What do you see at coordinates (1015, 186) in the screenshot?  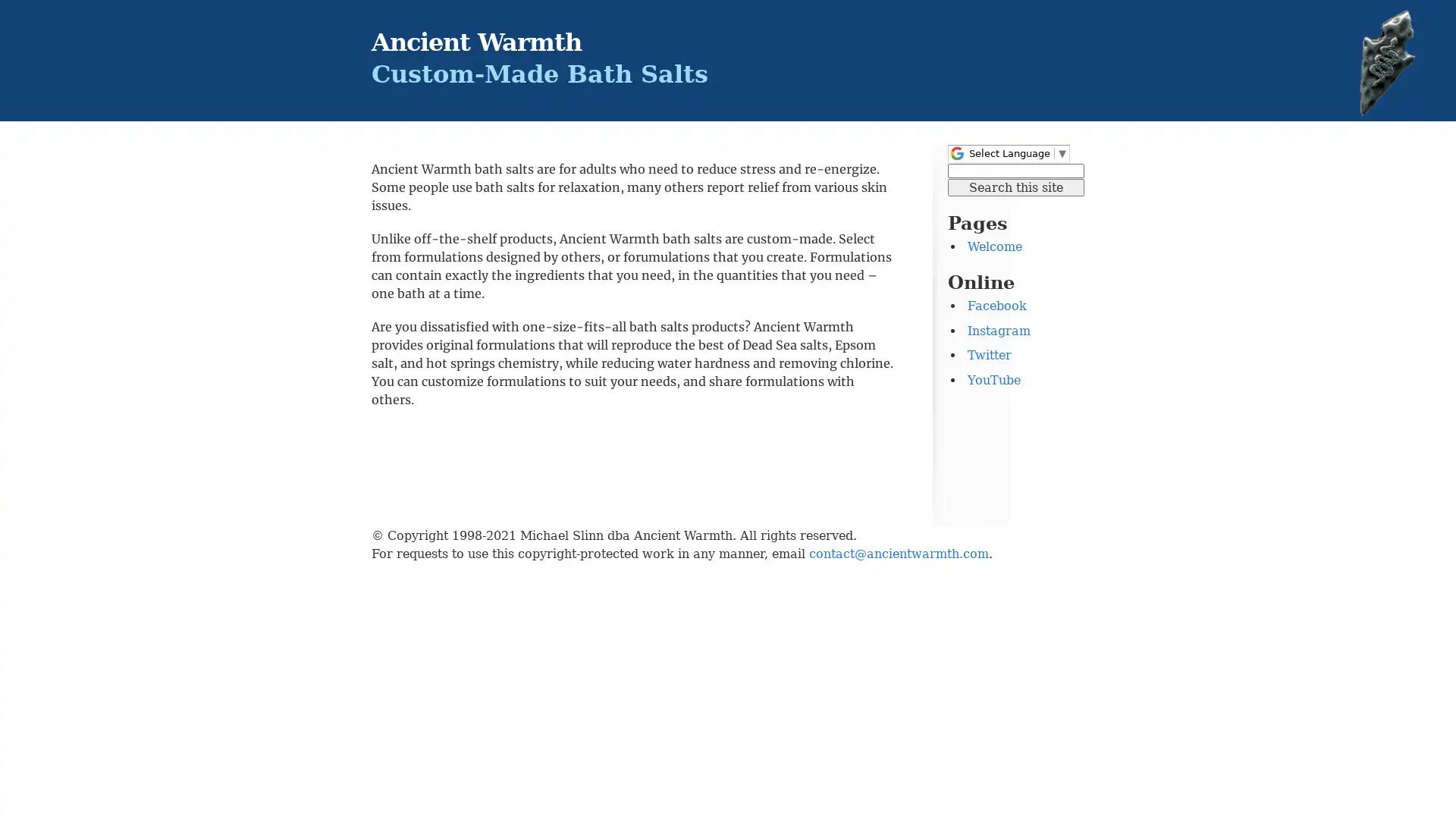 I see `Search this site` at bounding box center [1015, 186].